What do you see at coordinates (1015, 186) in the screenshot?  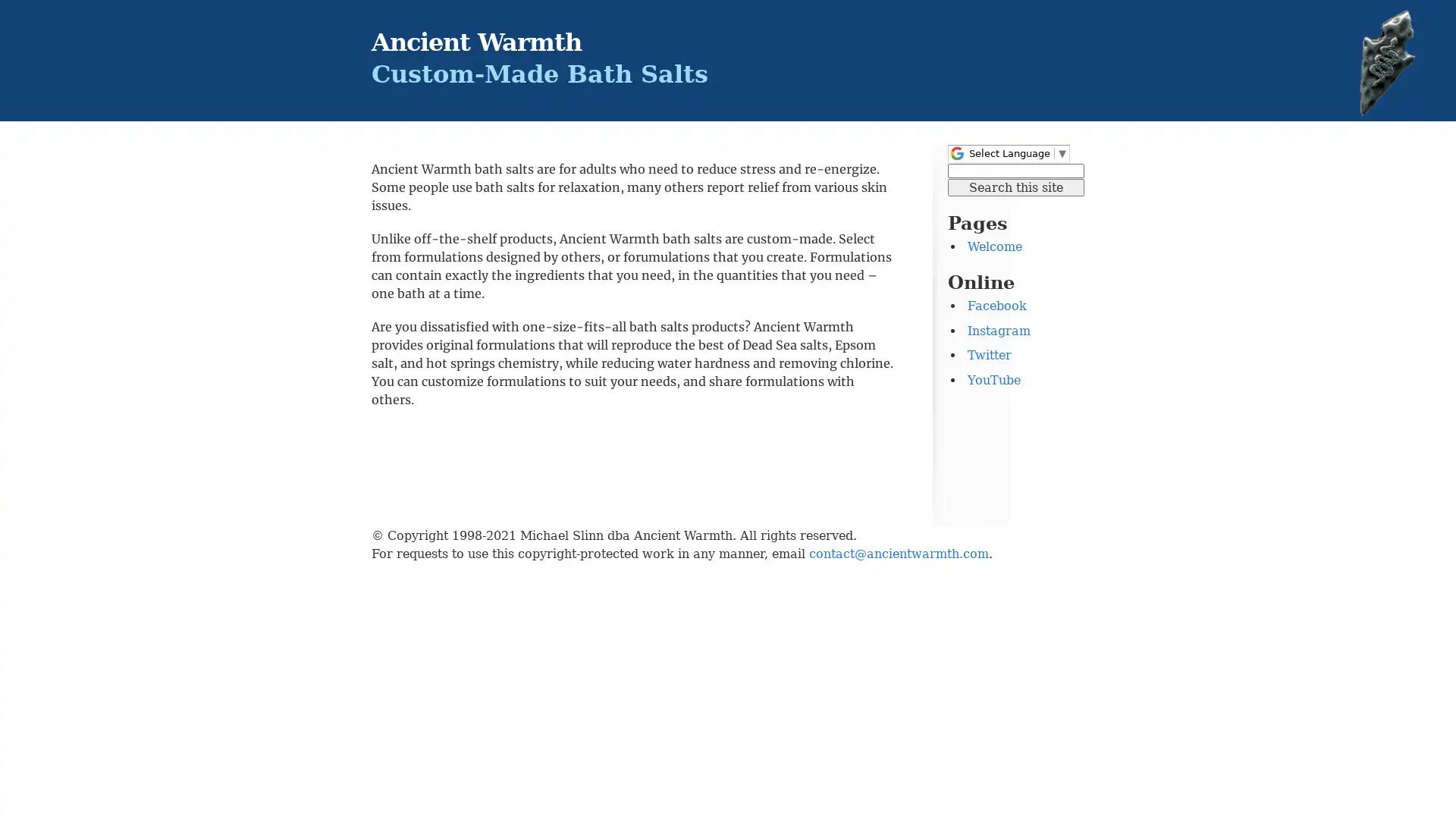 I see `Search this site` at bounding box center [1015, 186].